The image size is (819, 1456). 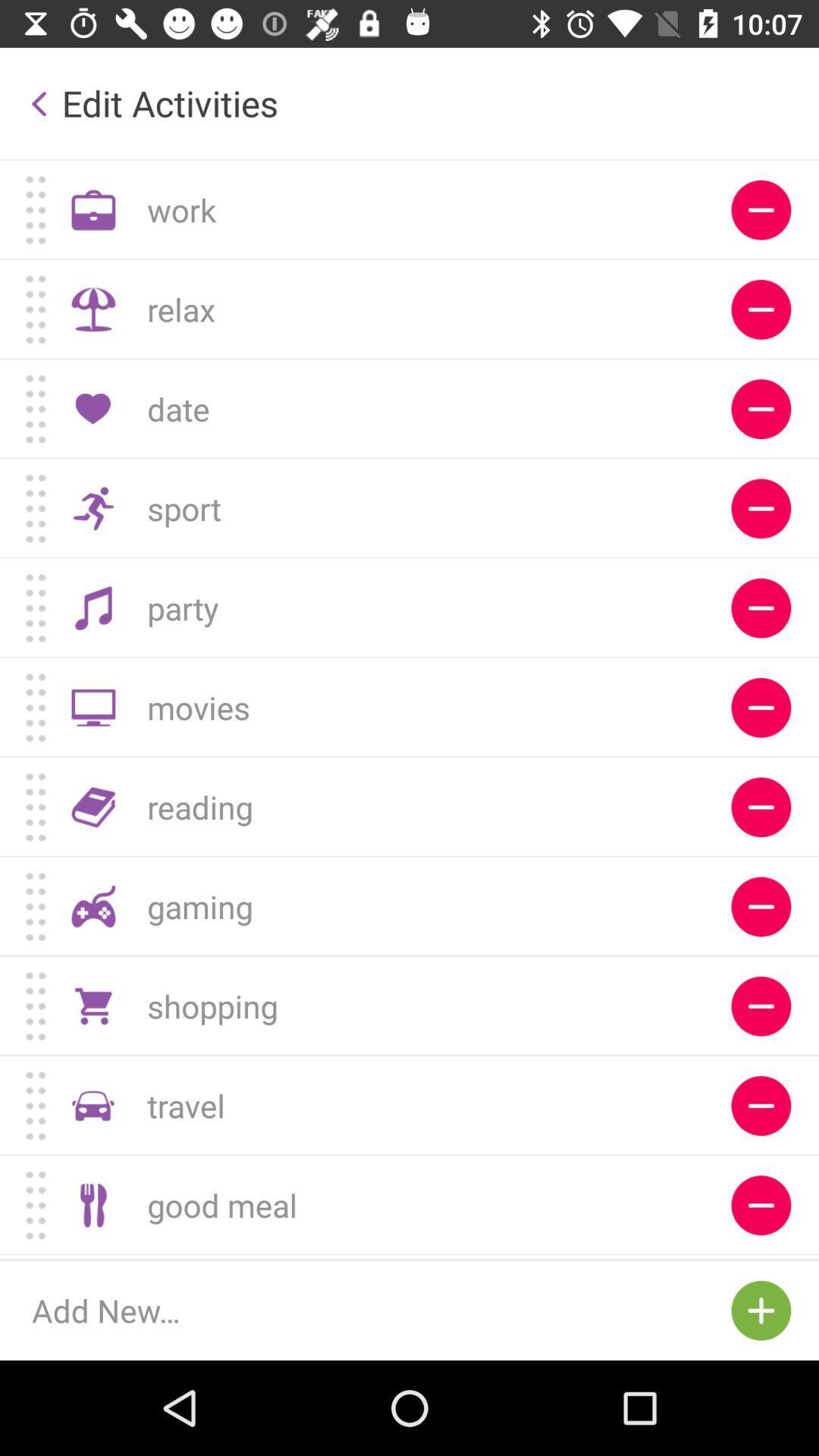 What do you see at coordinates (761, 1204) in the screenshot?
I see `edit button which is next to good meal` at bounding box center [761, 1204].